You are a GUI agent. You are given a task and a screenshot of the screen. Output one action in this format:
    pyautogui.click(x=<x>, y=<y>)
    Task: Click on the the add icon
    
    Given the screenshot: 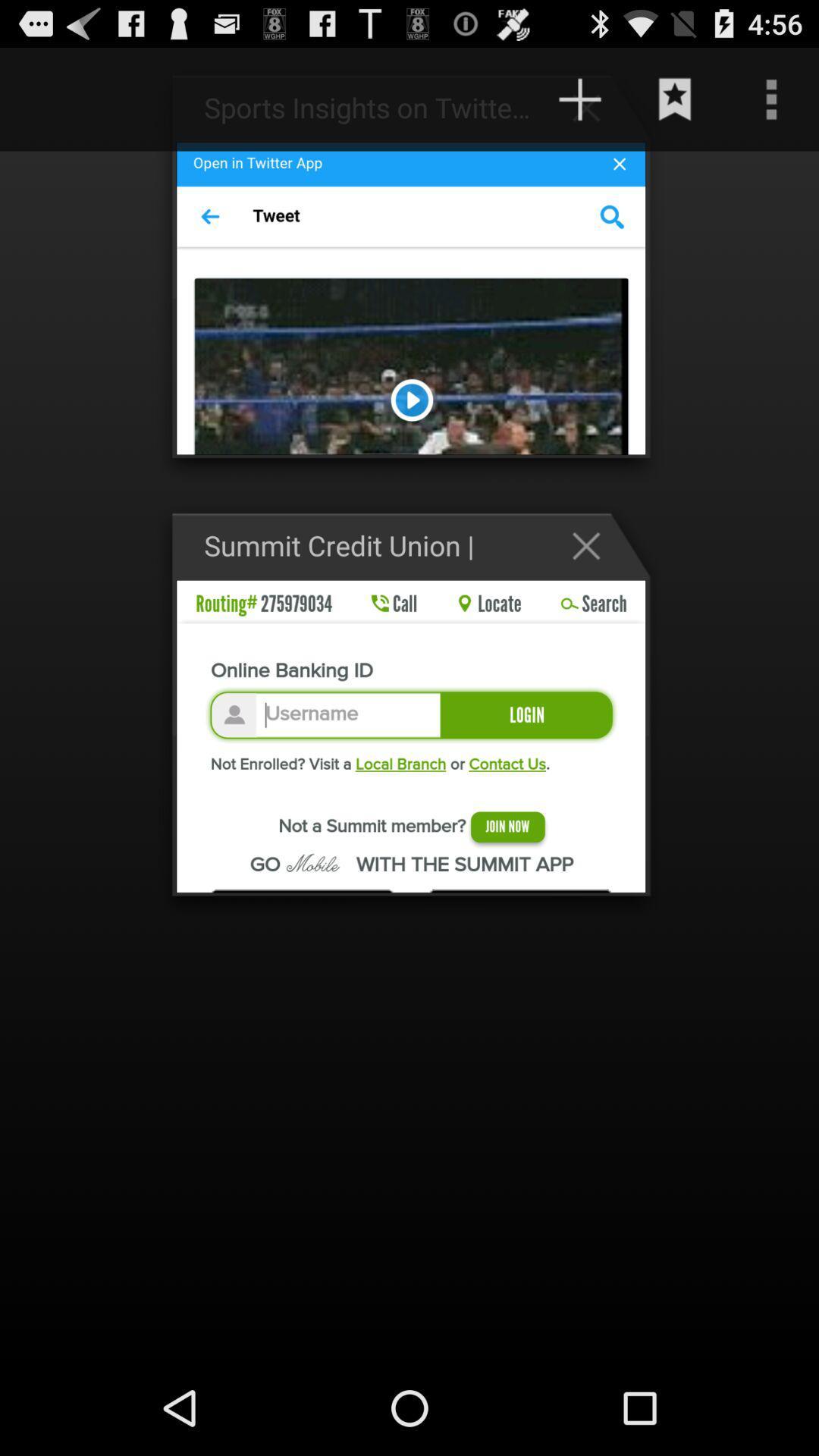 What is the action you would take?
    pyautogui.click(x=579, y=105)
    